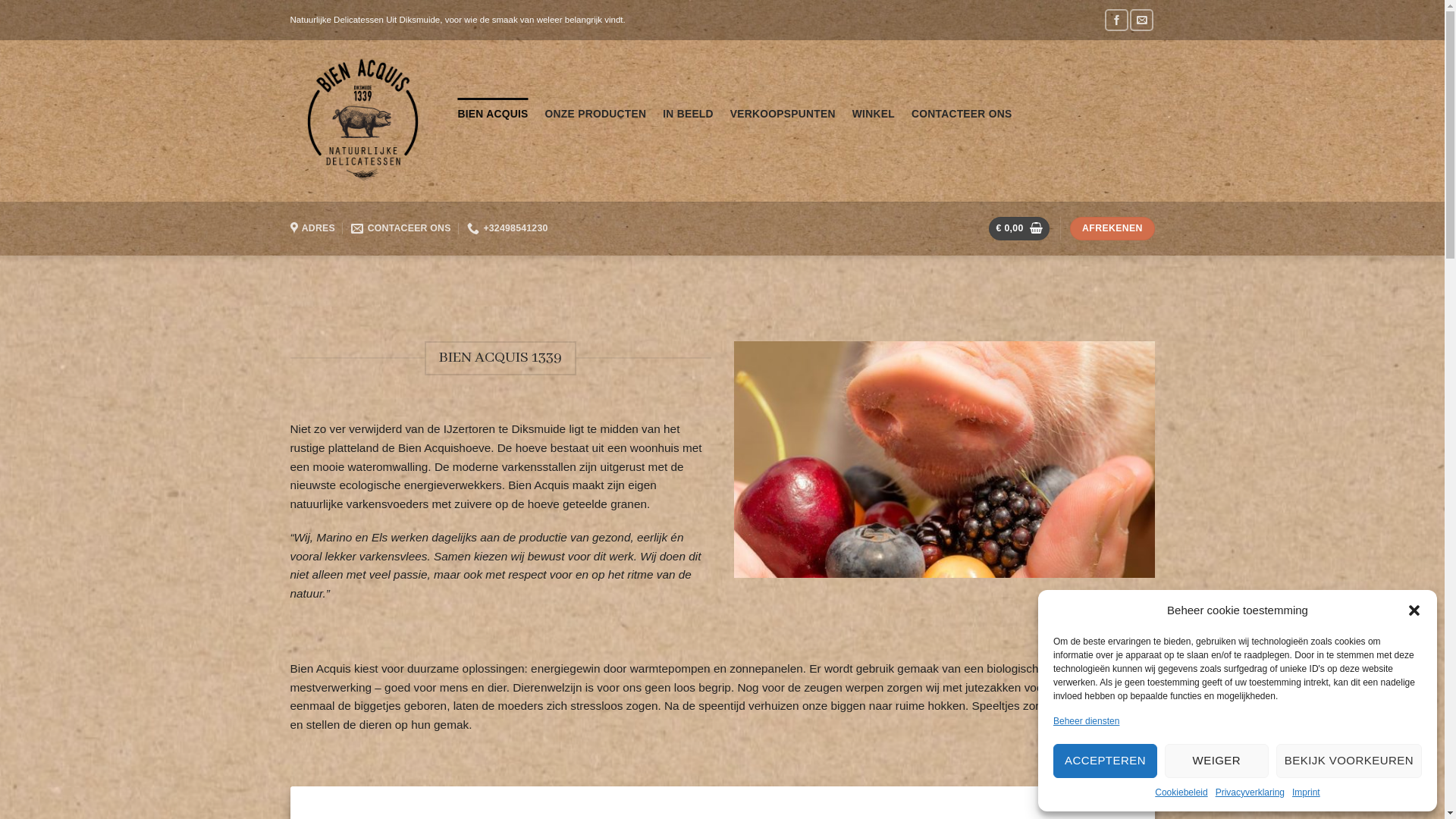 This screenshot has height=819, width=1456. Describe the element at coordinates (1141, 20) in the screenshot. I see `'Send us an email'` at that location.